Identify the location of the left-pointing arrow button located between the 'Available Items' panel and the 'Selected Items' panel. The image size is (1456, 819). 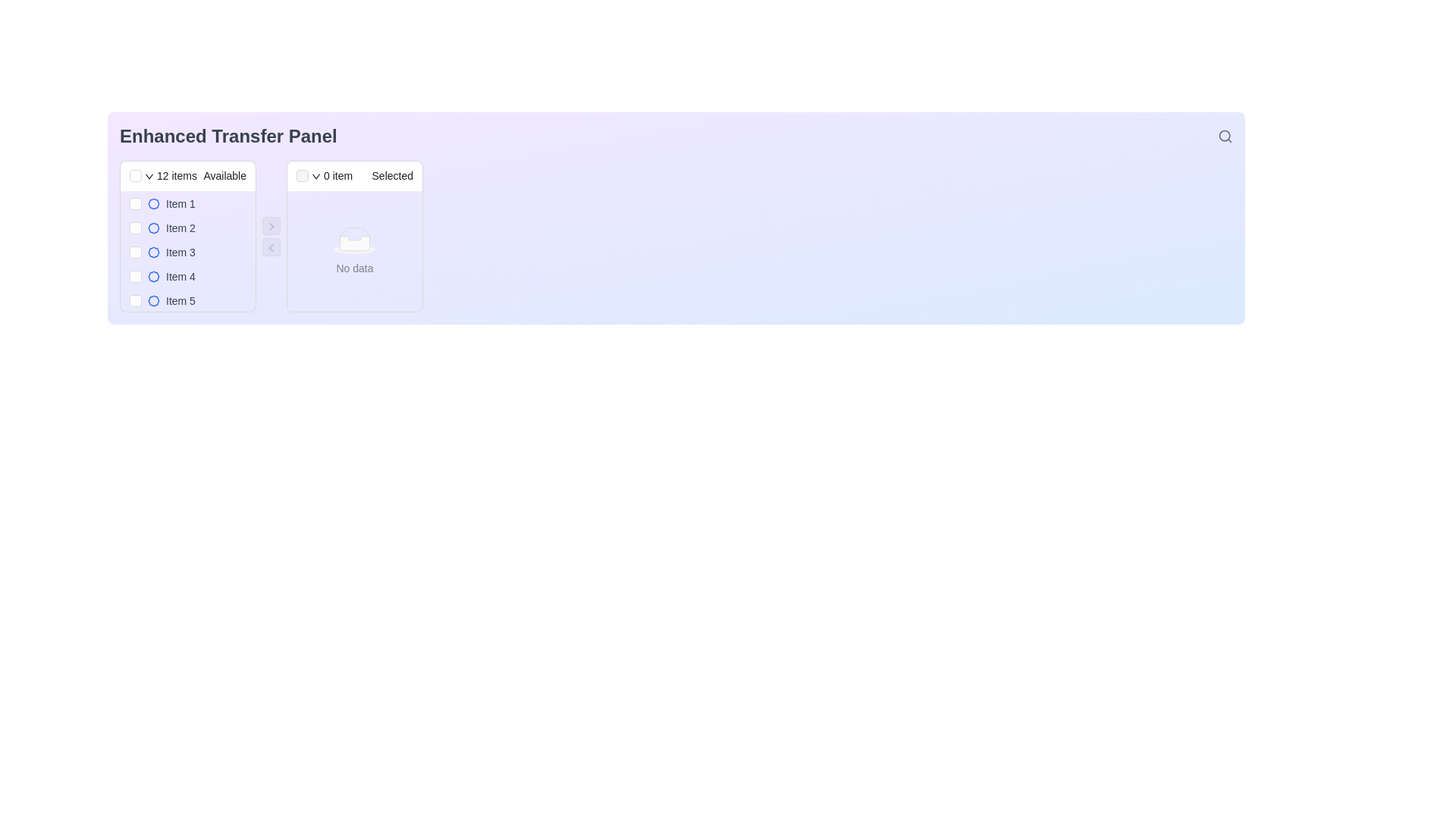
(271, 246).